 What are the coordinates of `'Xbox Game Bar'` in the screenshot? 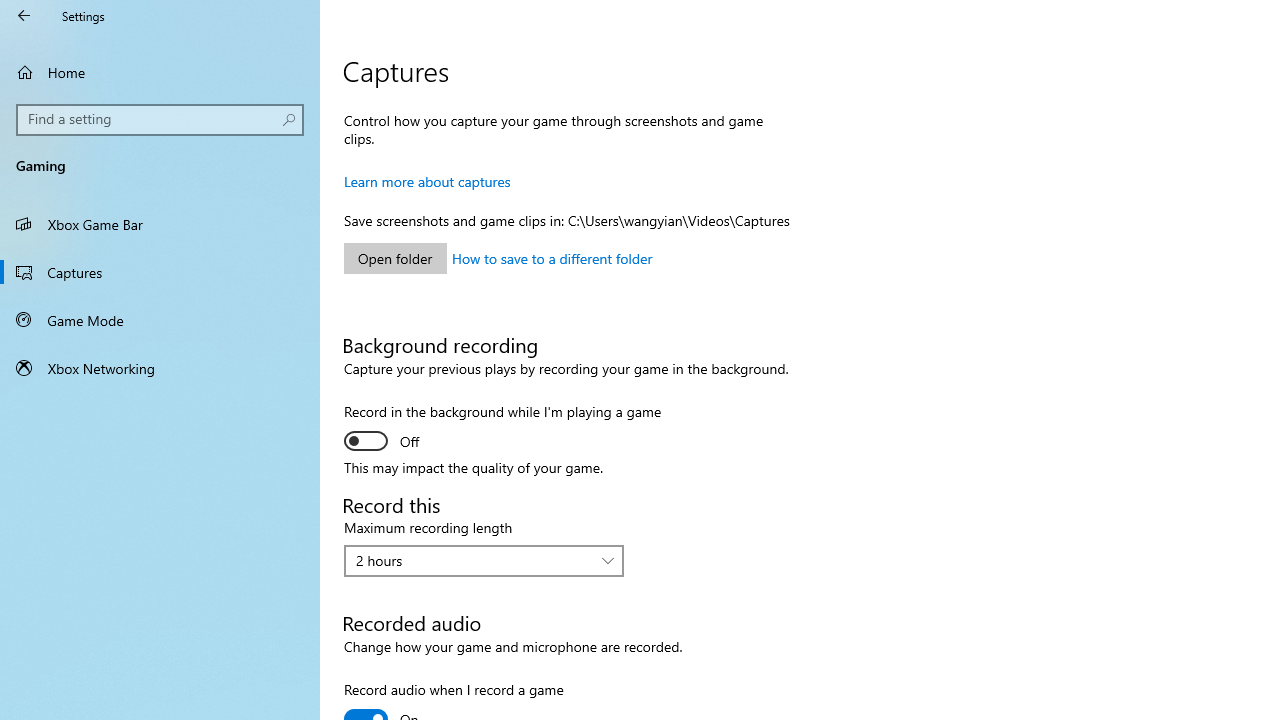 It's located at (160, 223).